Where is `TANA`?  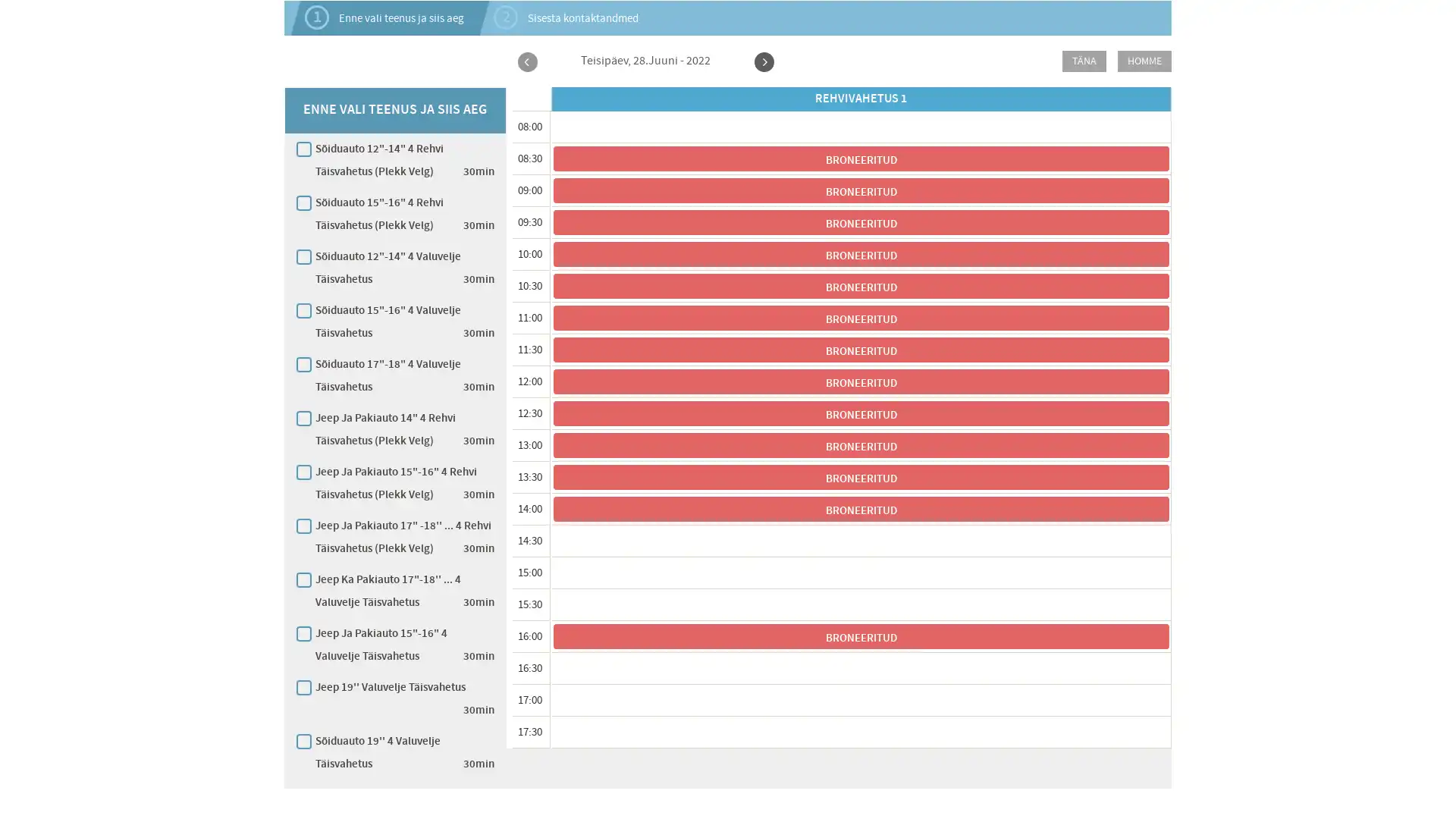
TANA is located at coordinates (1084, 61).